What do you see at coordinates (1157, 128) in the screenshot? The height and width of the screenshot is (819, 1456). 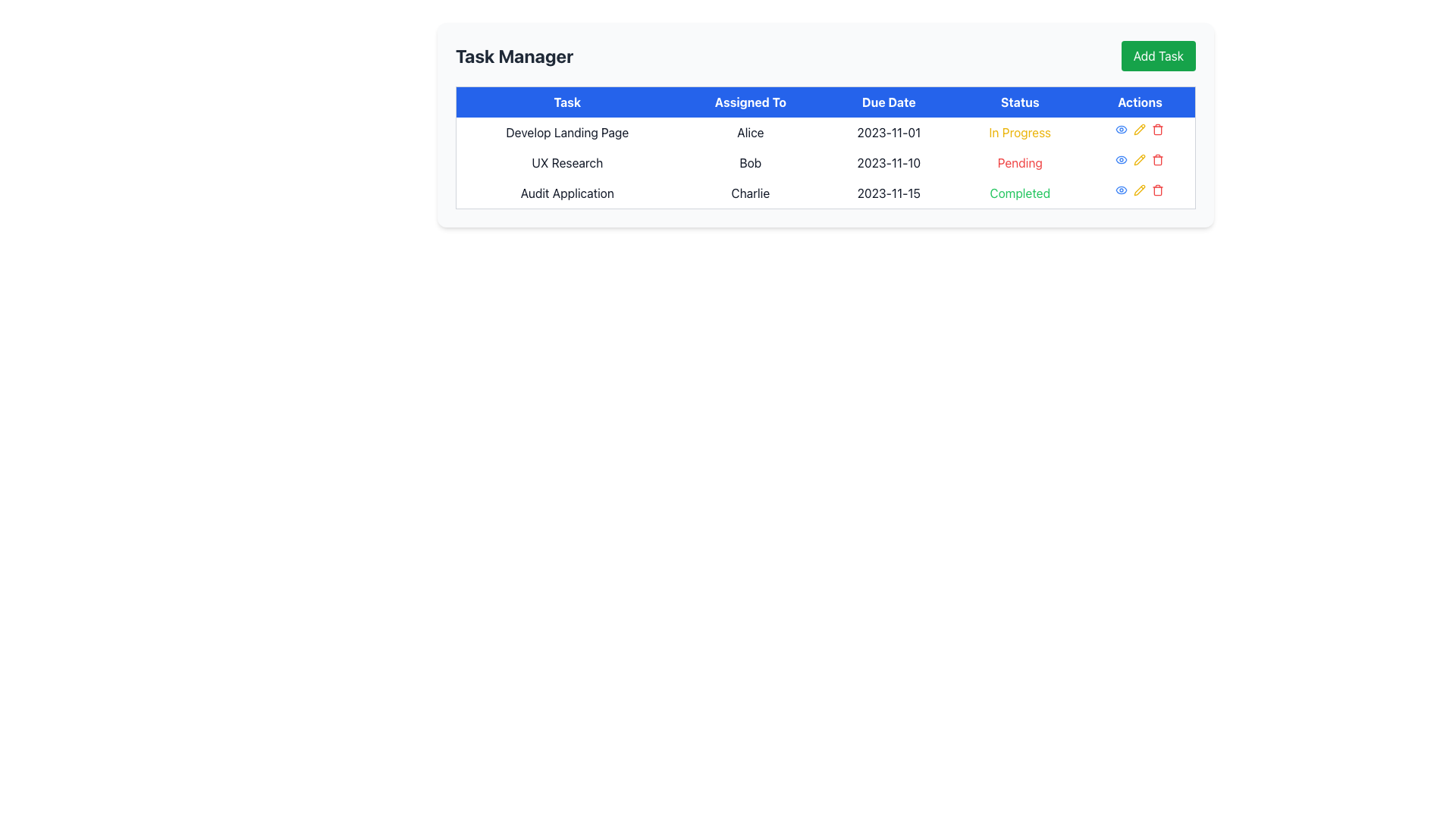 I see `the delete button located in the last position of the 'Actions' column in the task table` at bounding box center [1157, 128].